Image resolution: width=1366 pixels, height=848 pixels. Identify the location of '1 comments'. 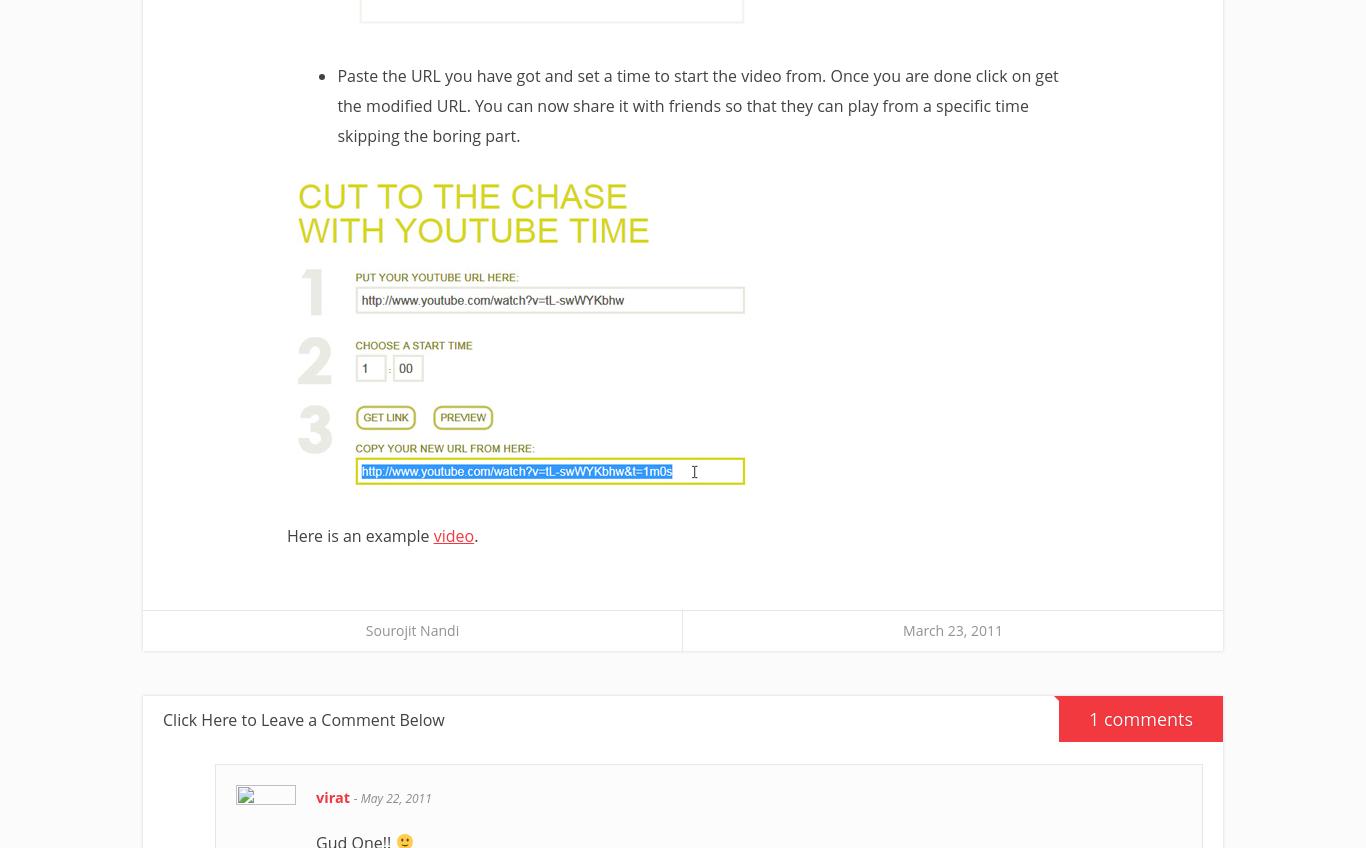
(1141, 718).